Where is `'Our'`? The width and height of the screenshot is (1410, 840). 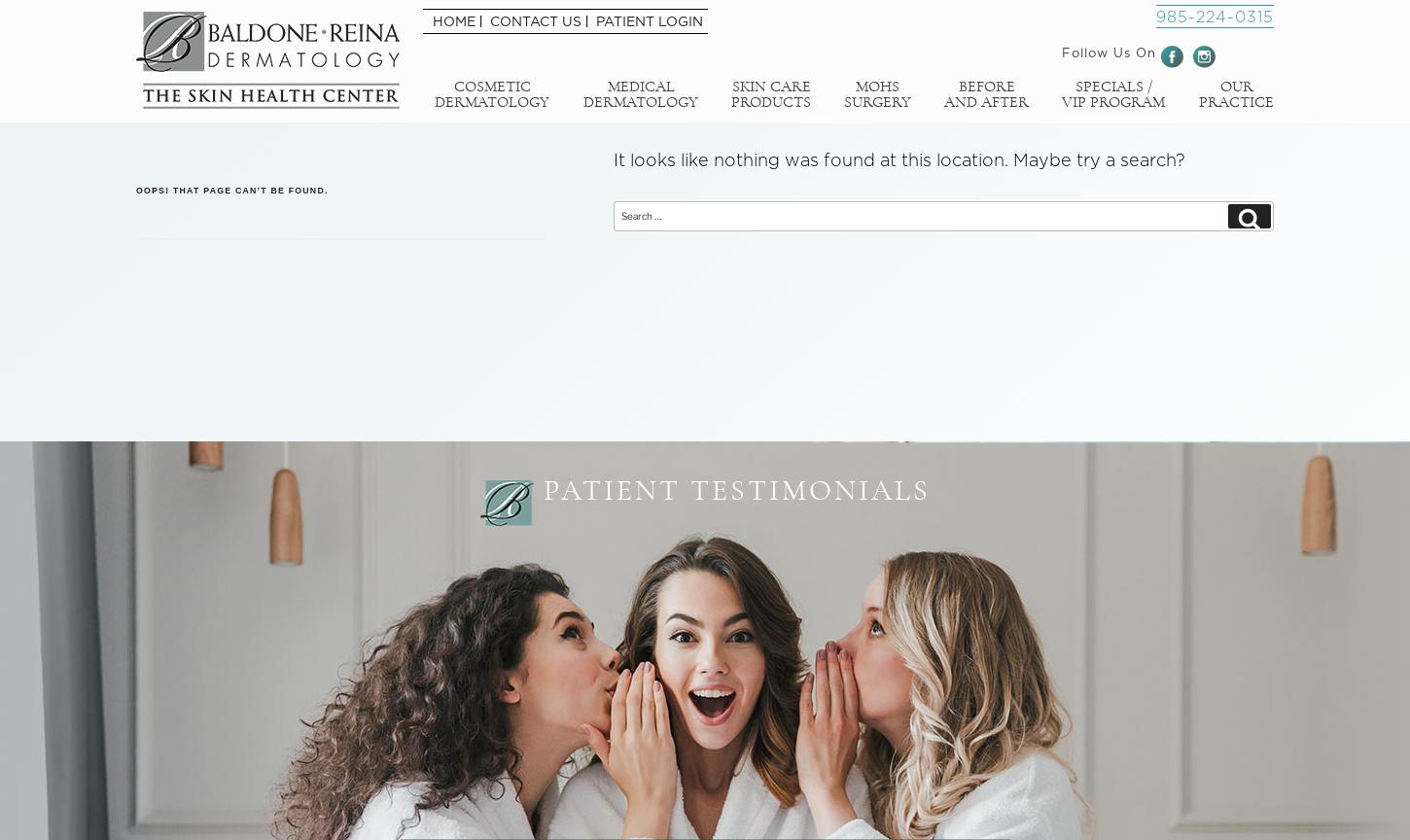
'Our' is located at coordinates (1236, 86).